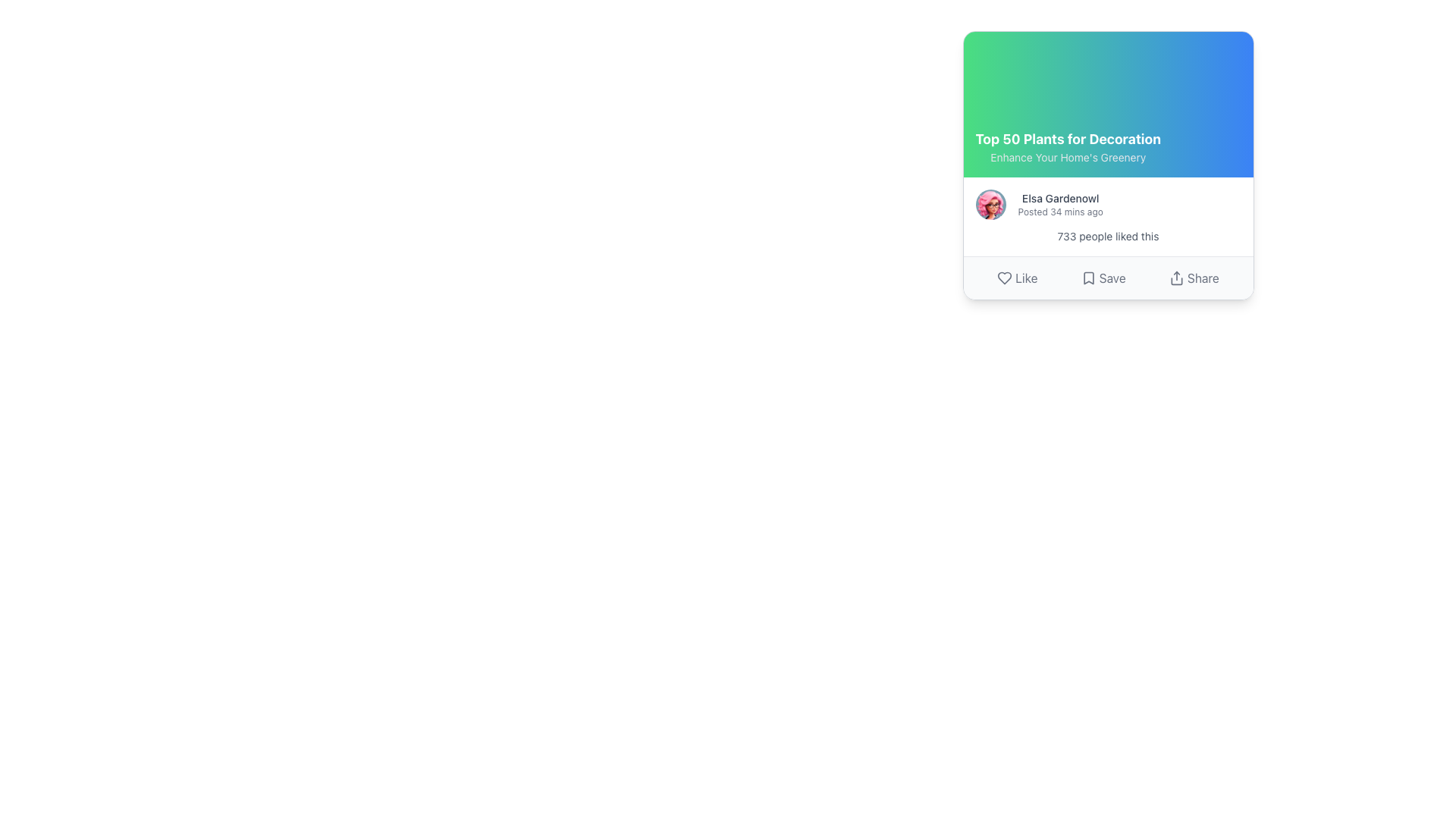 This screenshot has width=1456, height=819. I want to click on the Author Attribution Section that displays the name 'Elsa Gardenowl' and the time '34 mins ago' for a context menu, so click(1108, 205).